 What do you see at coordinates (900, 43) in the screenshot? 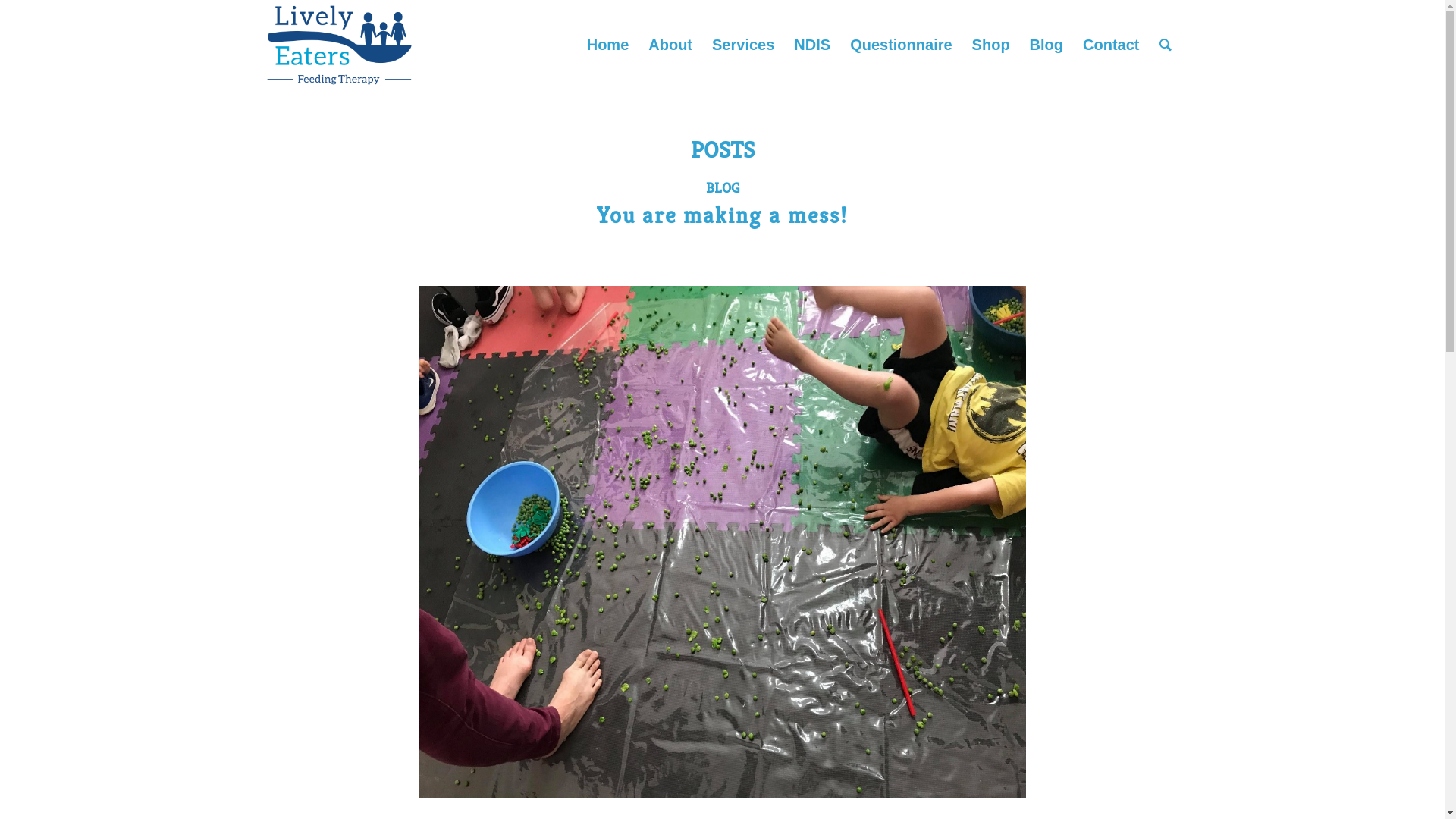
I see `'Questionnaire'` at bounding box center [900, 43].